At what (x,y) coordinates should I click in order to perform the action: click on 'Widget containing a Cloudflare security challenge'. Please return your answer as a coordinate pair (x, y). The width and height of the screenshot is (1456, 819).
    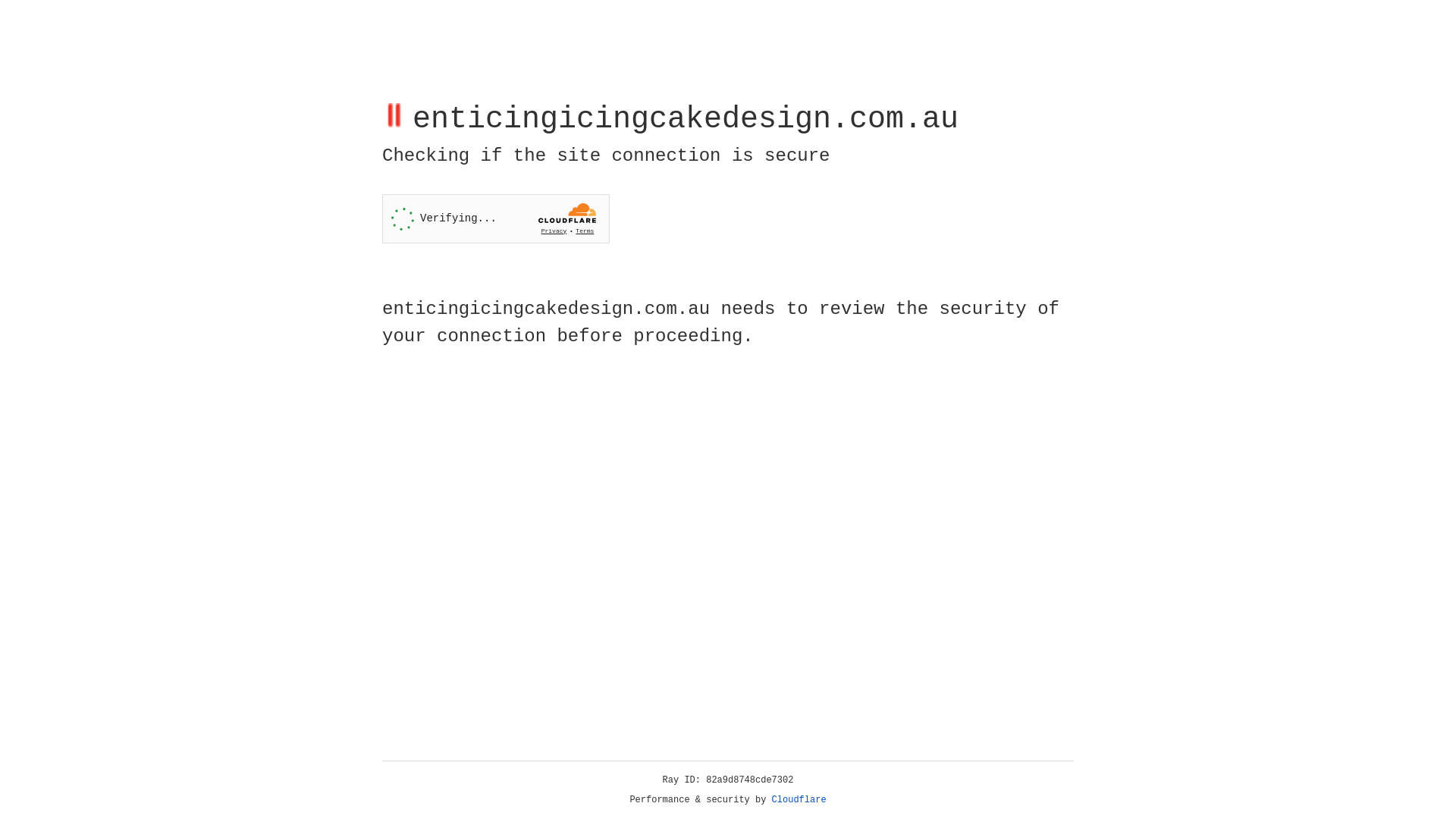
    Looking at the image, I should click on (495, 218).